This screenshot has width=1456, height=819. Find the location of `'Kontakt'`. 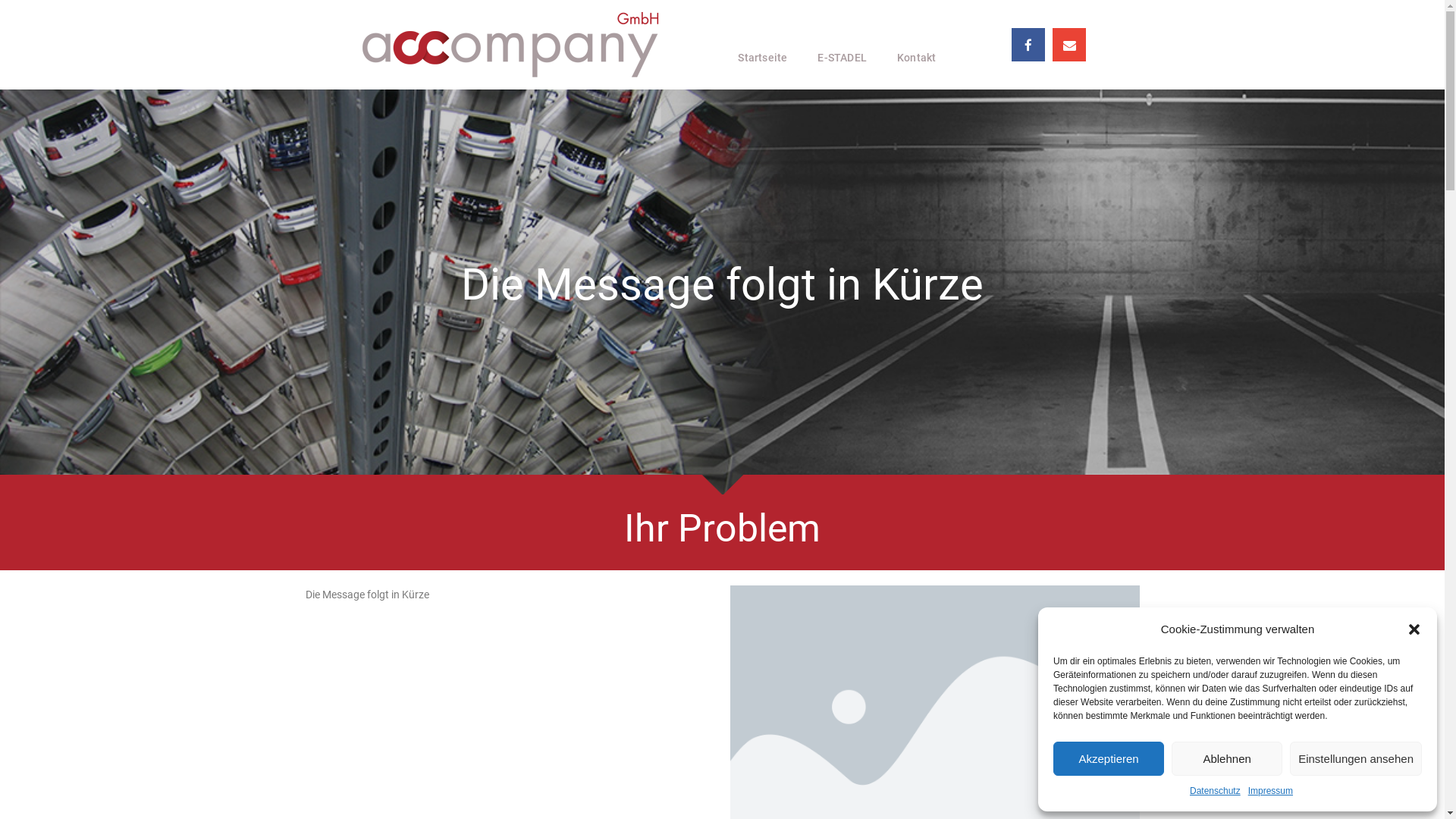

'Kontakt' is located at coordinates (915, 57).